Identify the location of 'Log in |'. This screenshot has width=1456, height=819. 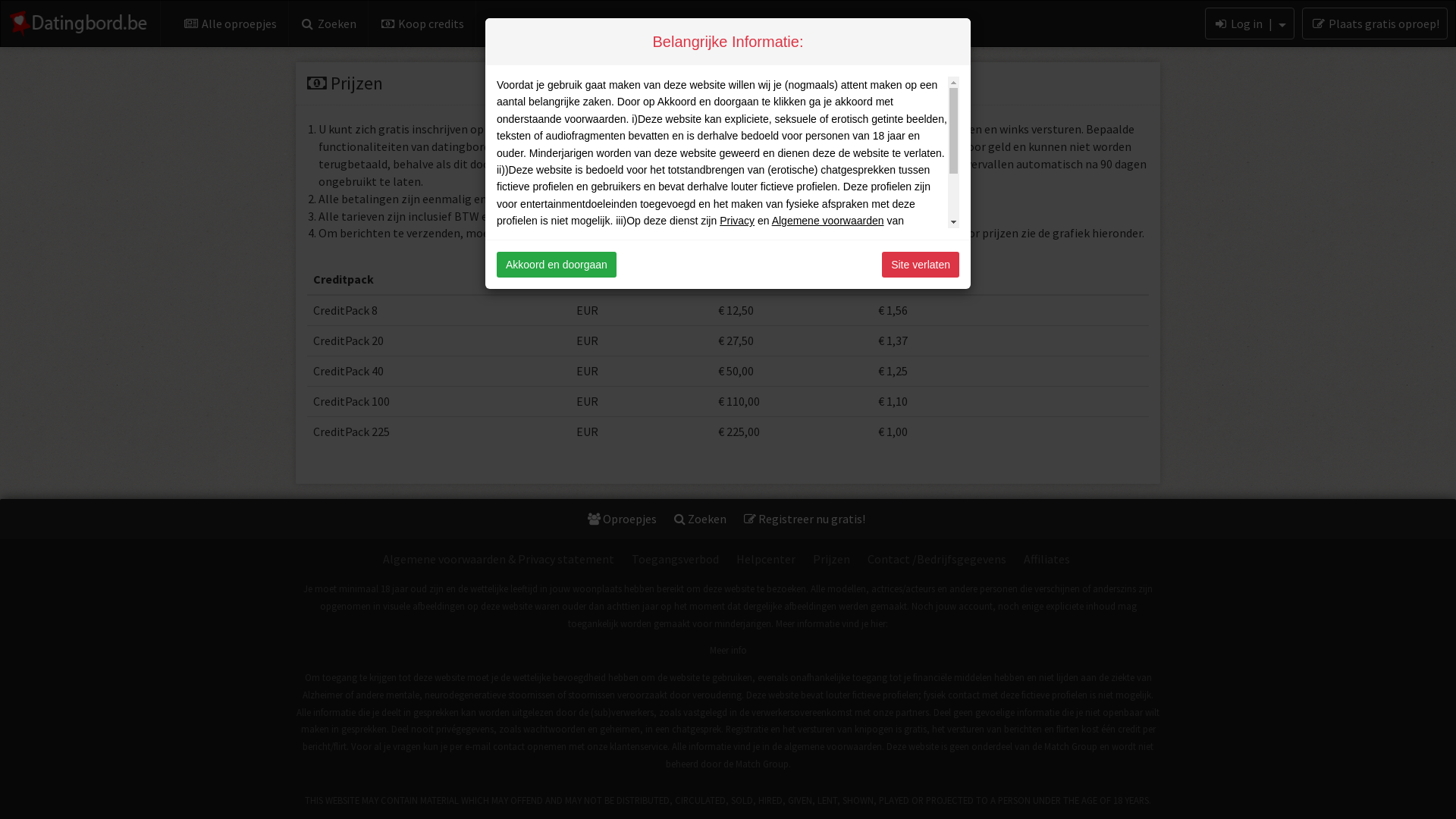
(1250, 23).